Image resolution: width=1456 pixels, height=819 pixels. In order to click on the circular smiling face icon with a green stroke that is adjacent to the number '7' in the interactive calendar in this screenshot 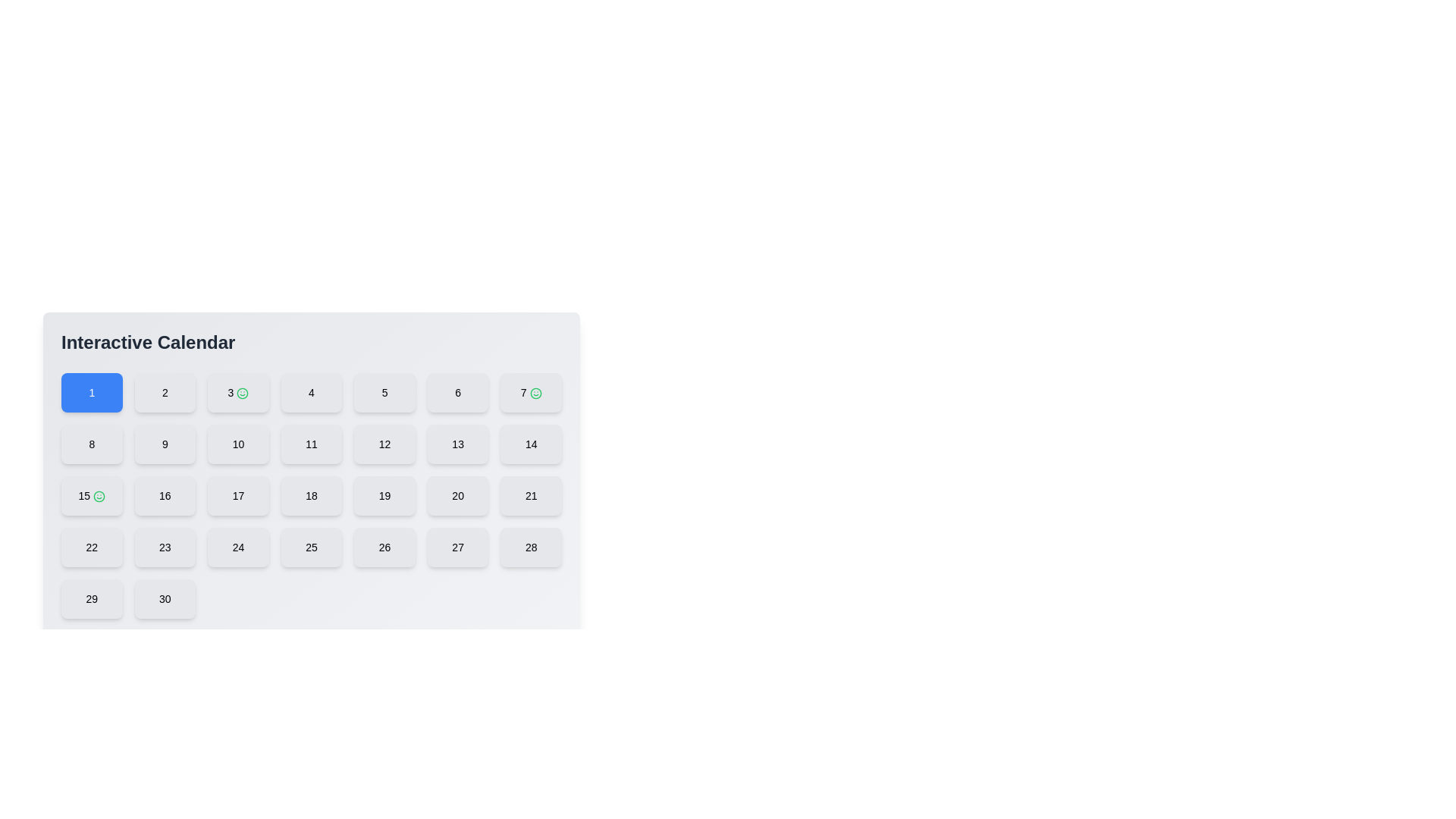, I will do `click(535, 393)`.